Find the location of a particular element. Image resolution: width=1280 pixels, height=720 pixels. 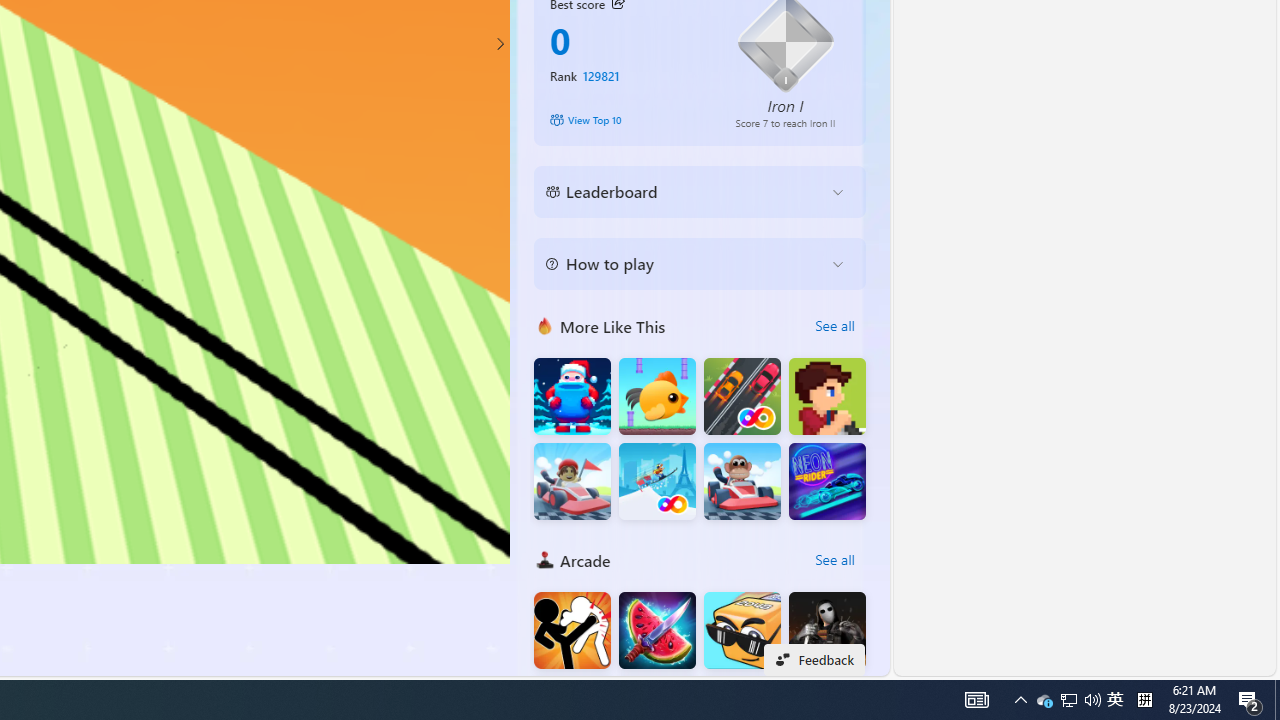

'Class: control' is located at coordinates (499, 43).